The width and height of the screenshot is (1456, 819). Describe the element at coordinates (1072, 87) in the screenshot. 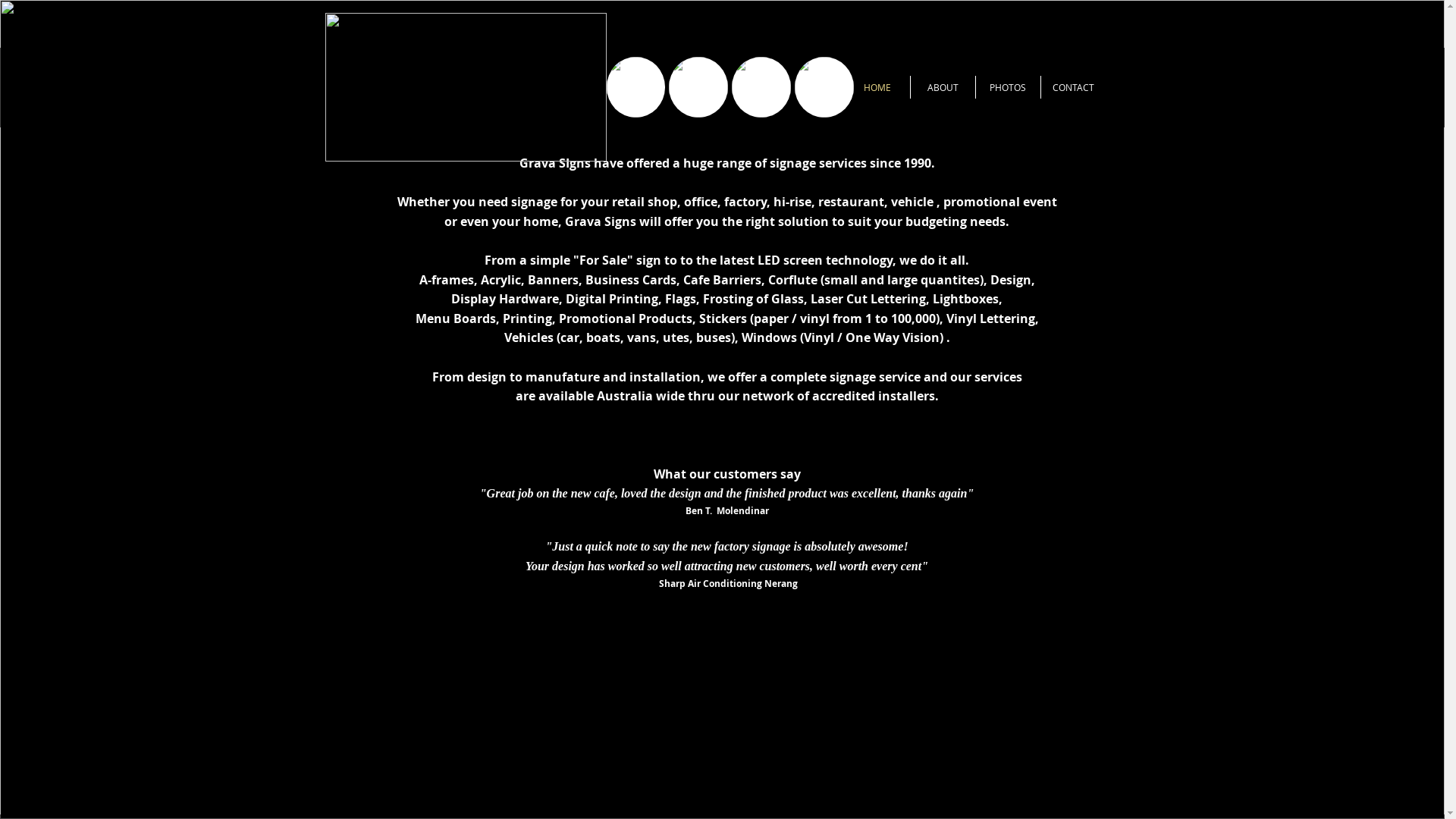

I see `'CONTACT'` at that location.